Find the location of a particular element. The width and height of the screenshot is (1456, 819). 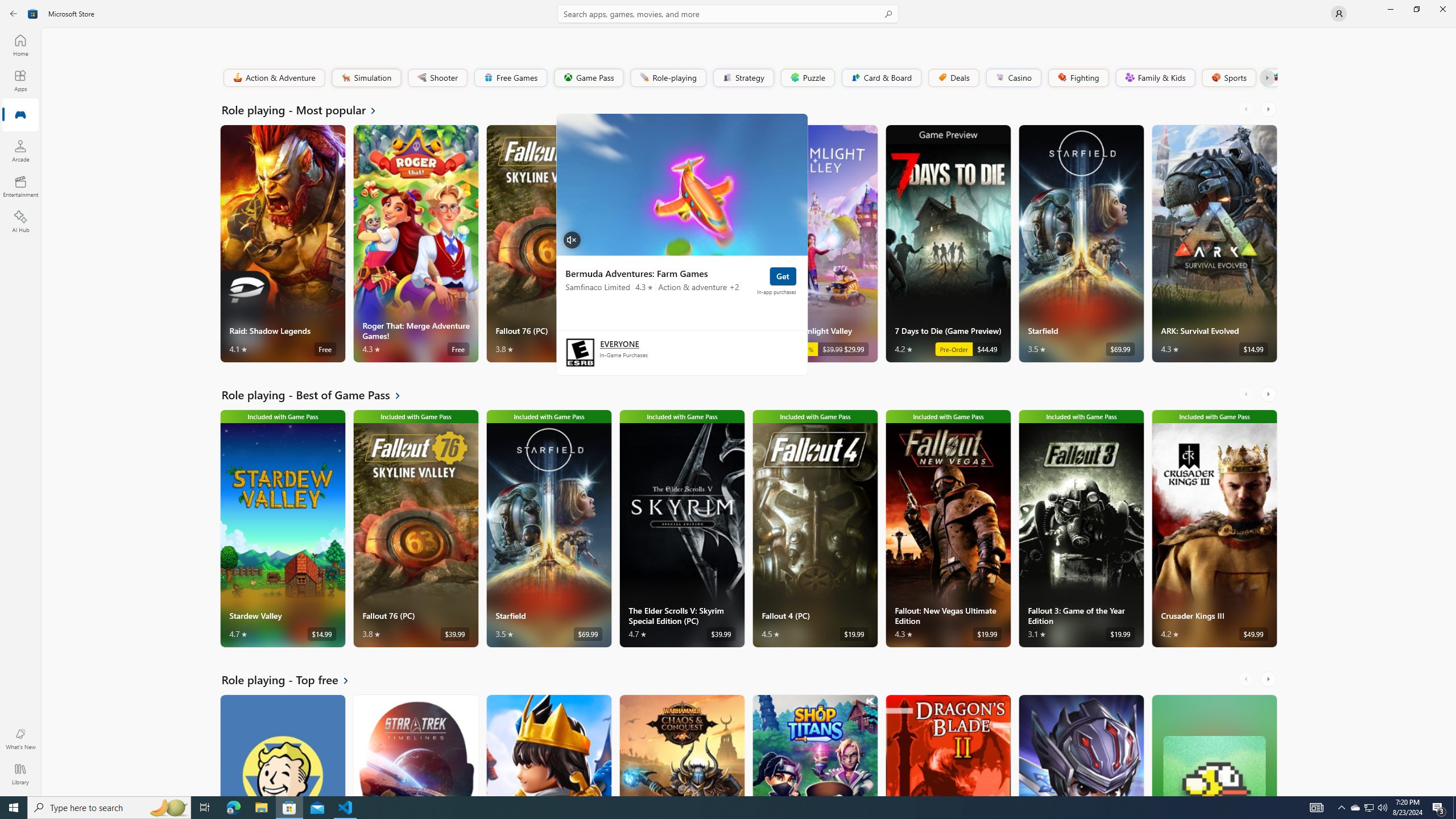

'Arcade' is located at coordinates (19, 150).